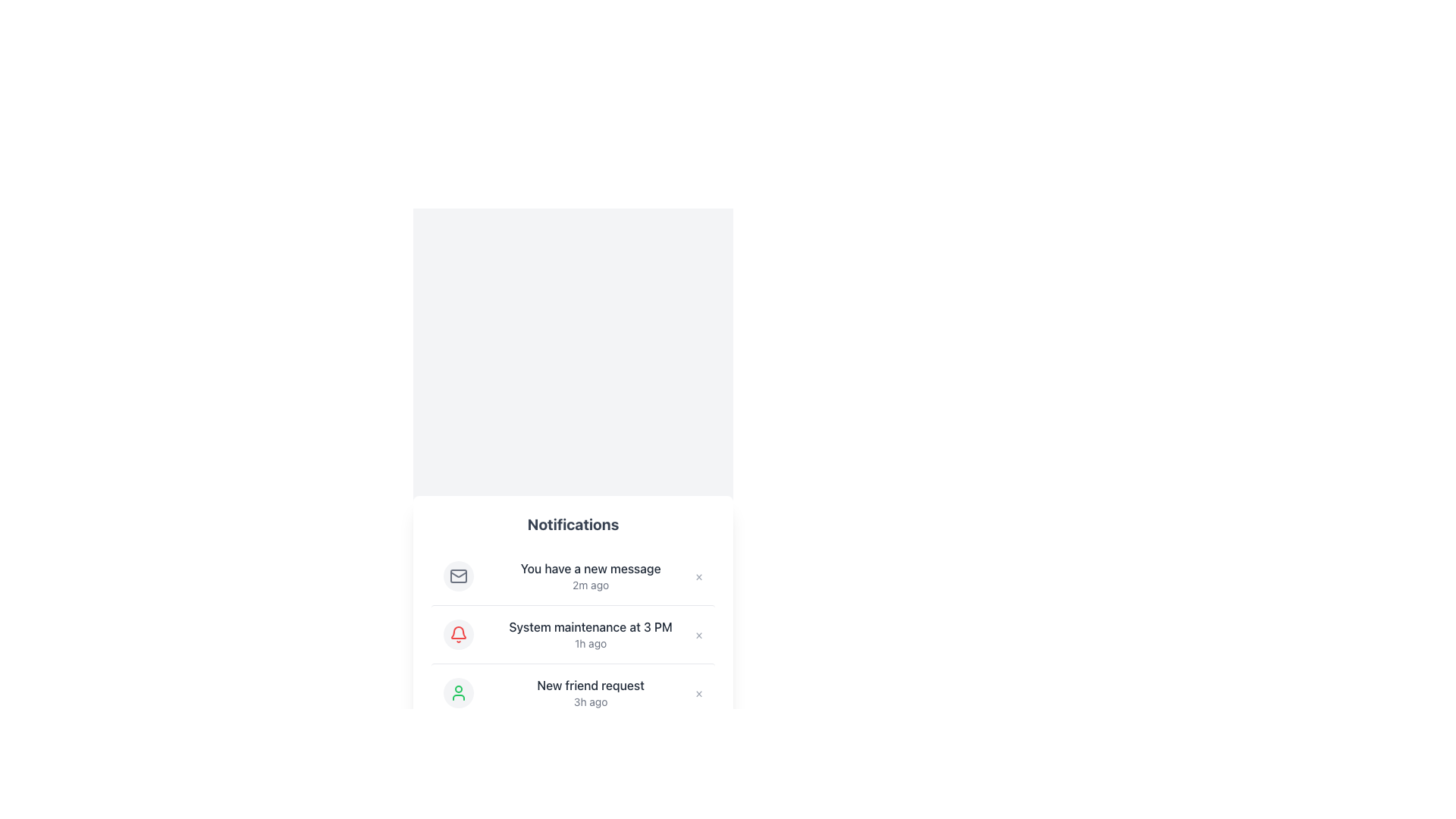 This screenshot has width=1456, height=819. What do you see at coordinates (457, 693) in the screenshot?
I see `the circular user profile icon with a green outline located in the leftmost position of the 'New friend request' notification entry` at bounding box center [457, 693].